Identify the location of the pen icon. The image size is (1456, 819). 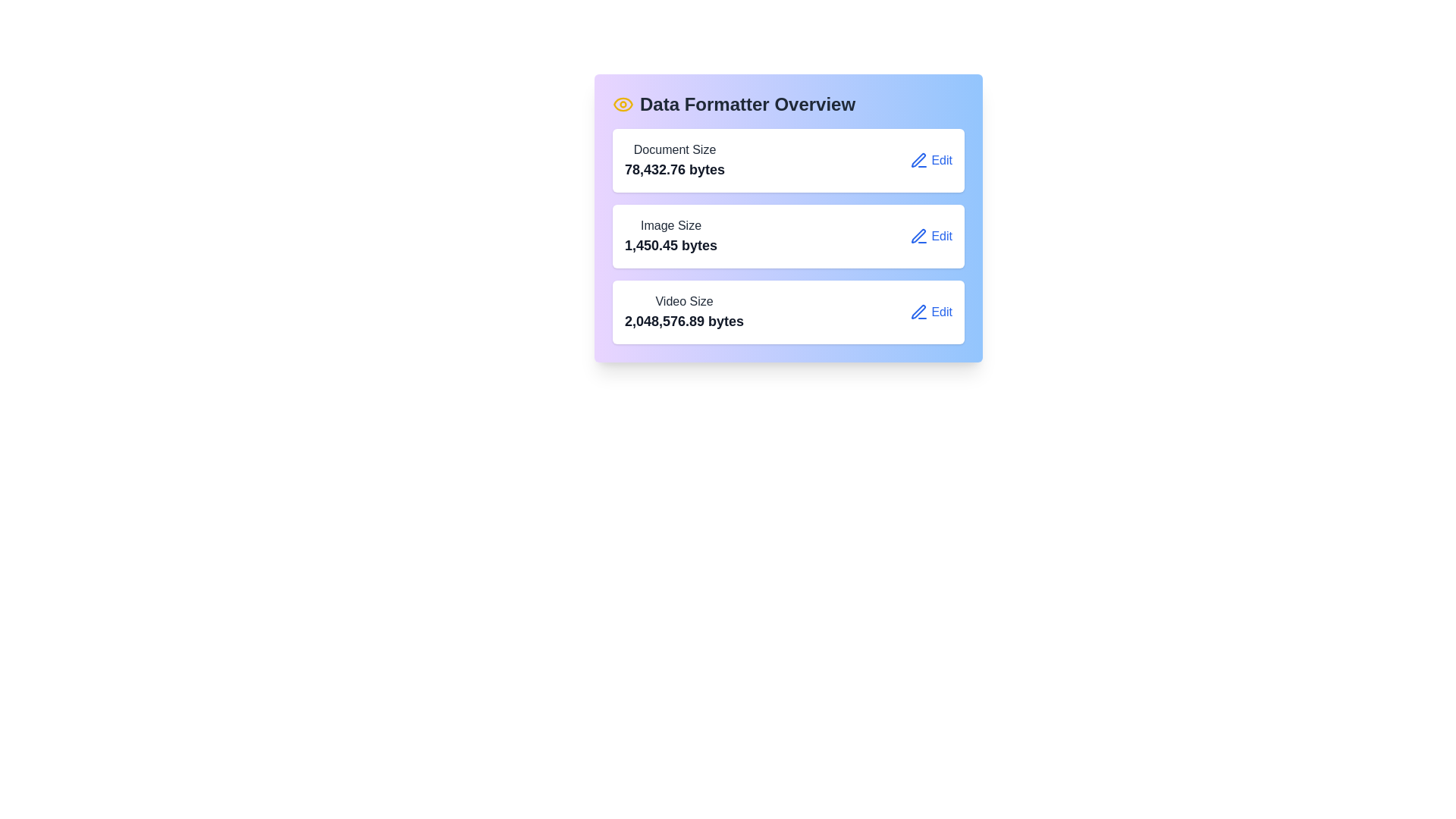
(918, 160).